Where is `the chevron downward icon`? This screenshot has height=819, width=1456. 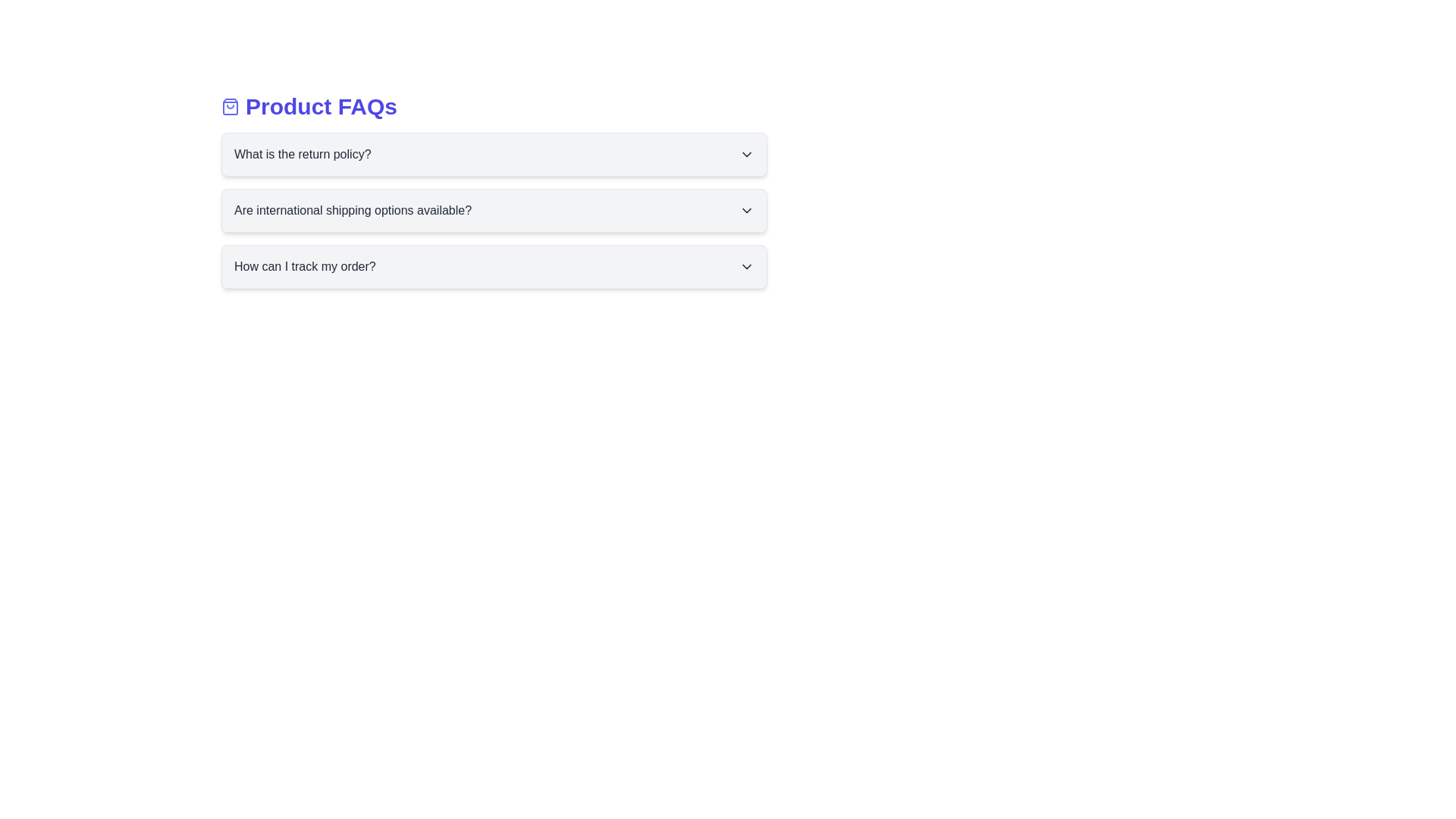 the chevron downward icon is located at coordinates (746, 265).